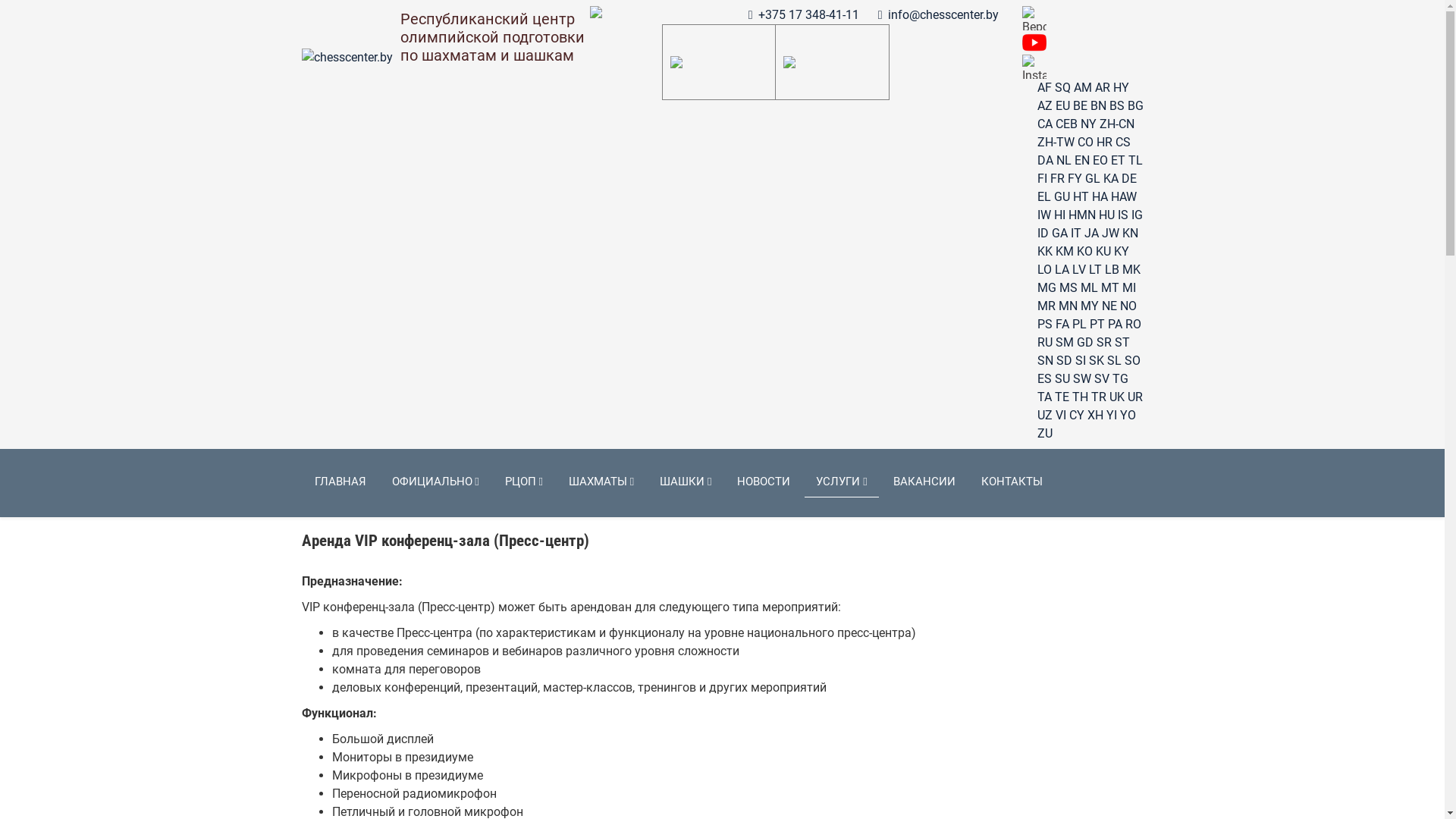  Describe the element at coordinates (1043, 378) in the screenshot. I see `'ES'` at that location.